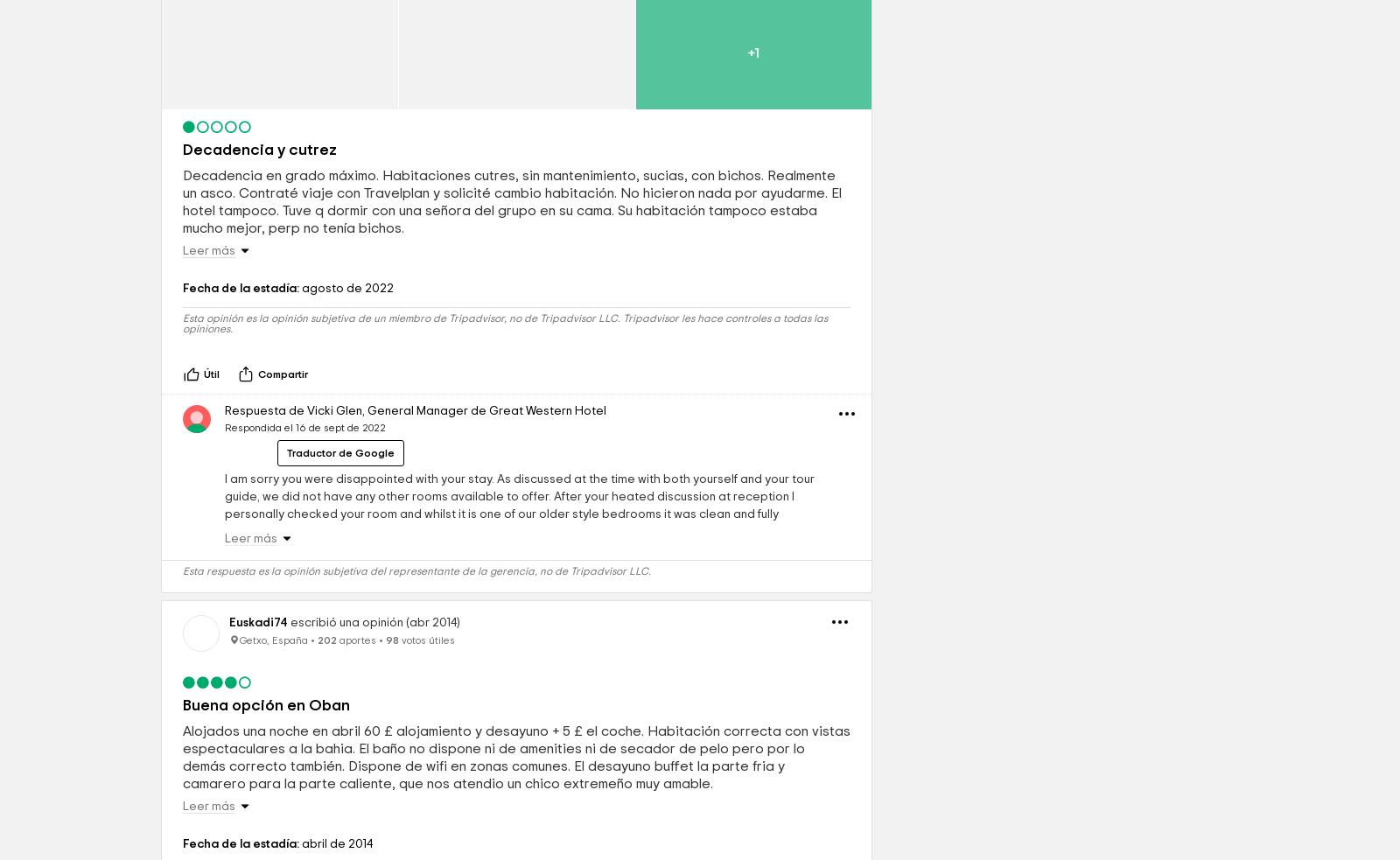 The image size is (1400, 860). I want to click on 'agosto de 2022', so click(346, 409).